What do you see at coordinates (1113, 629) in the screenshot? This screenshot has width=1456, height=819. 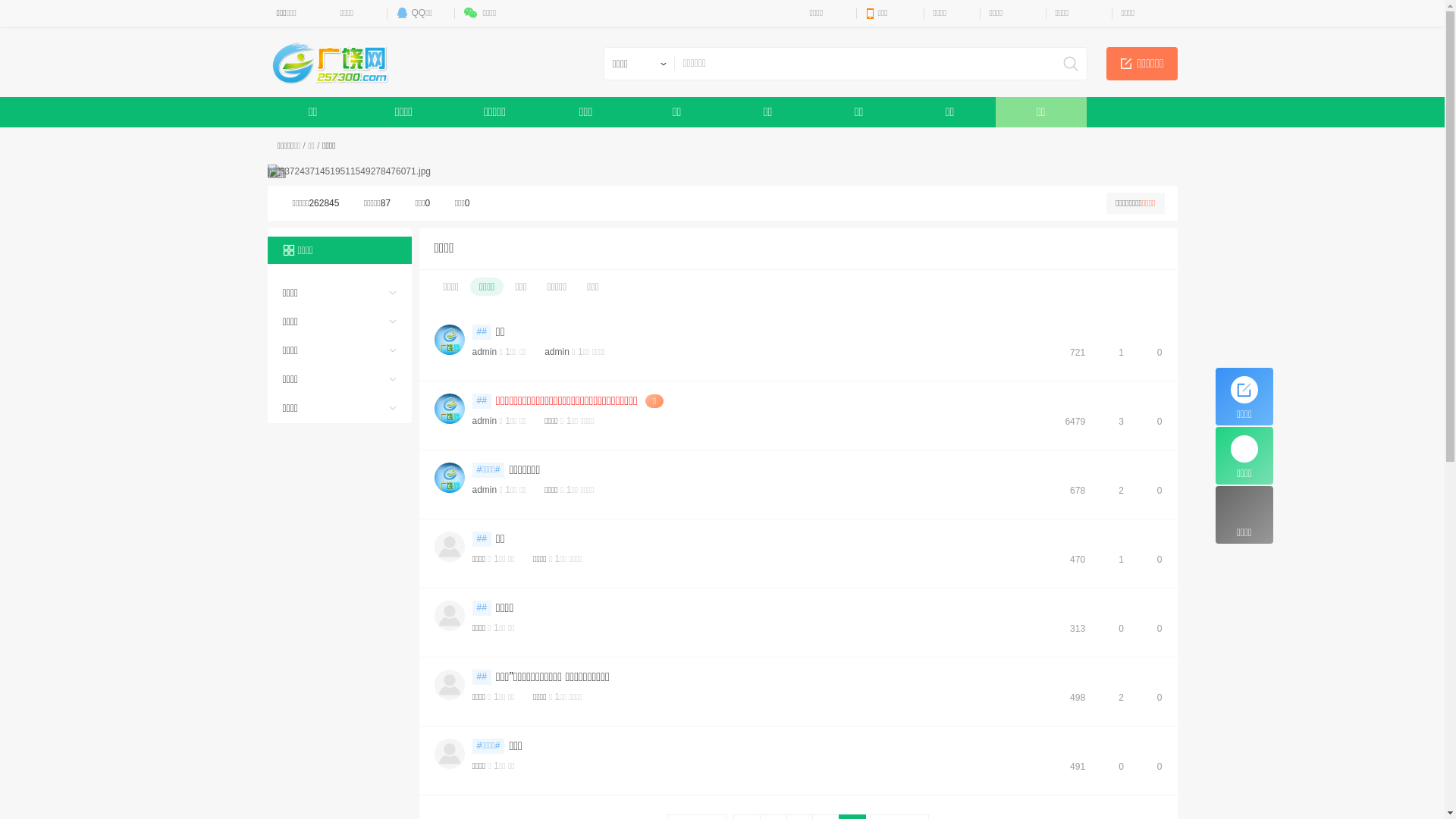 I see `'0'` at bounding box center [1113, 629].